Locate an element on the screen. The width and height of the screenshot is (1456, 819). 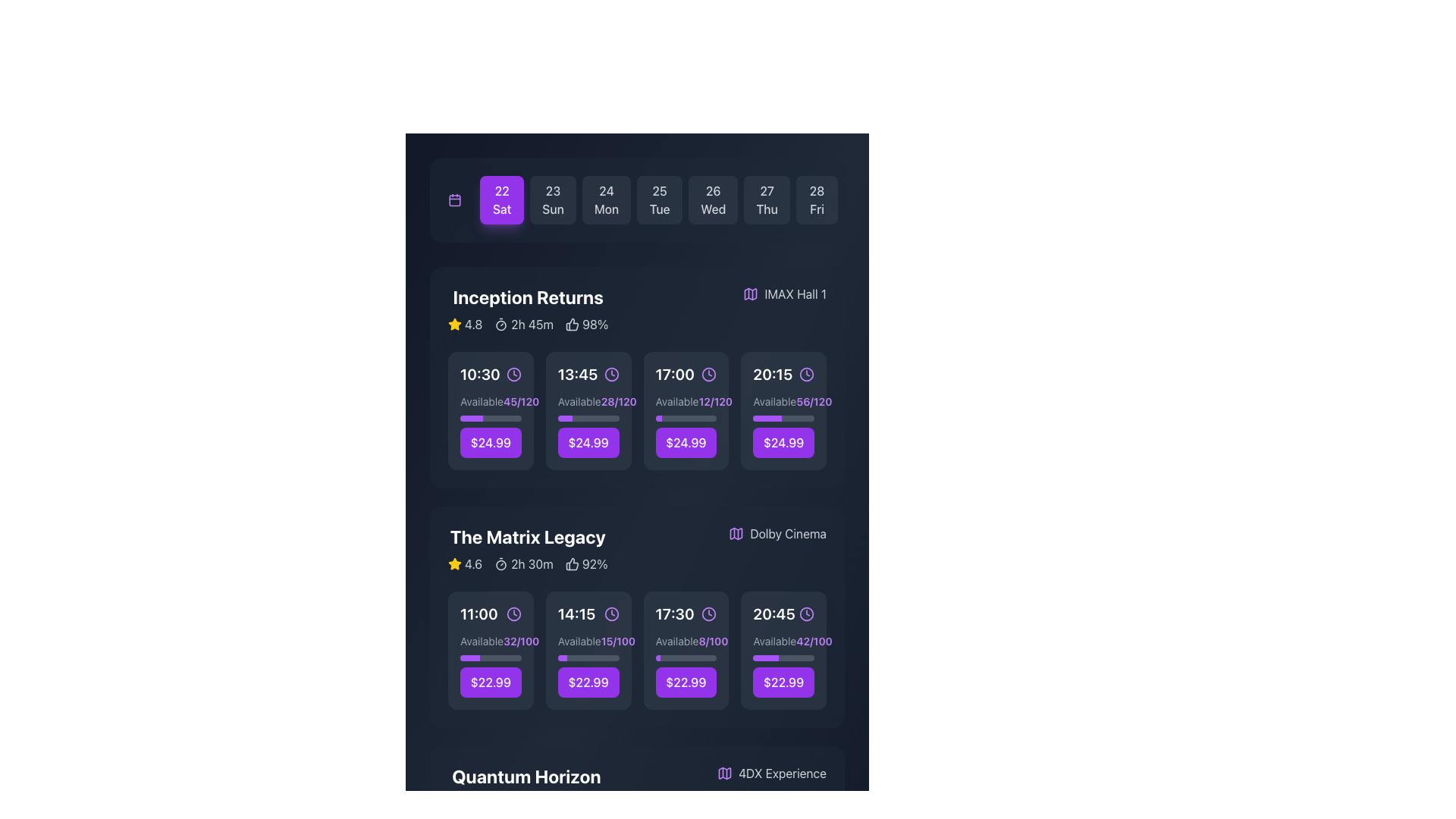
the time icon located to the right of the time text '11:00' within the time slot component for 'The Matrix Legacy' is located at coordinates (513, 614).